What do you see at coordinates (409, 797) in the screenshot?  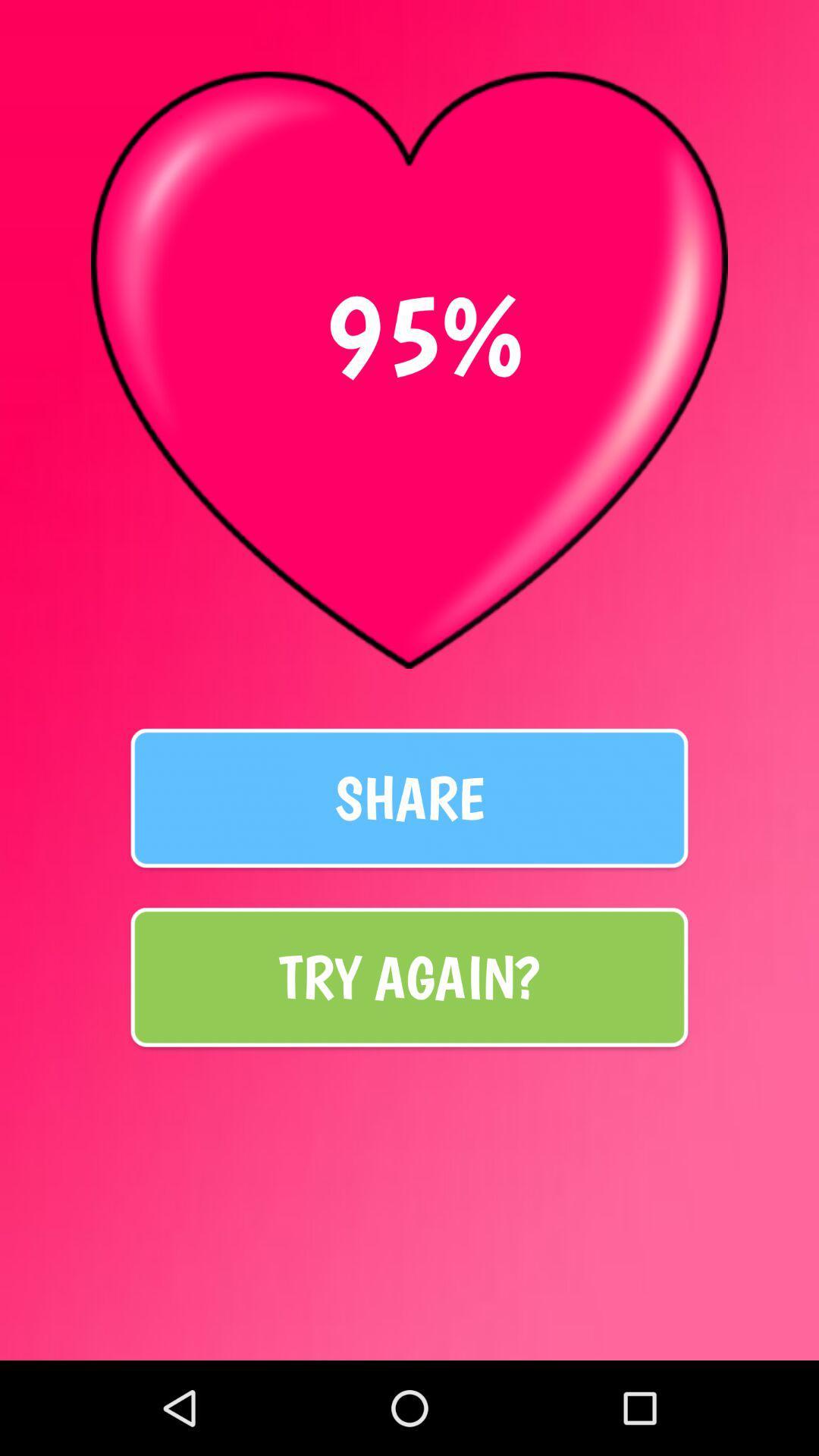 I see `the share at the center` at bounding box center [409, 797].